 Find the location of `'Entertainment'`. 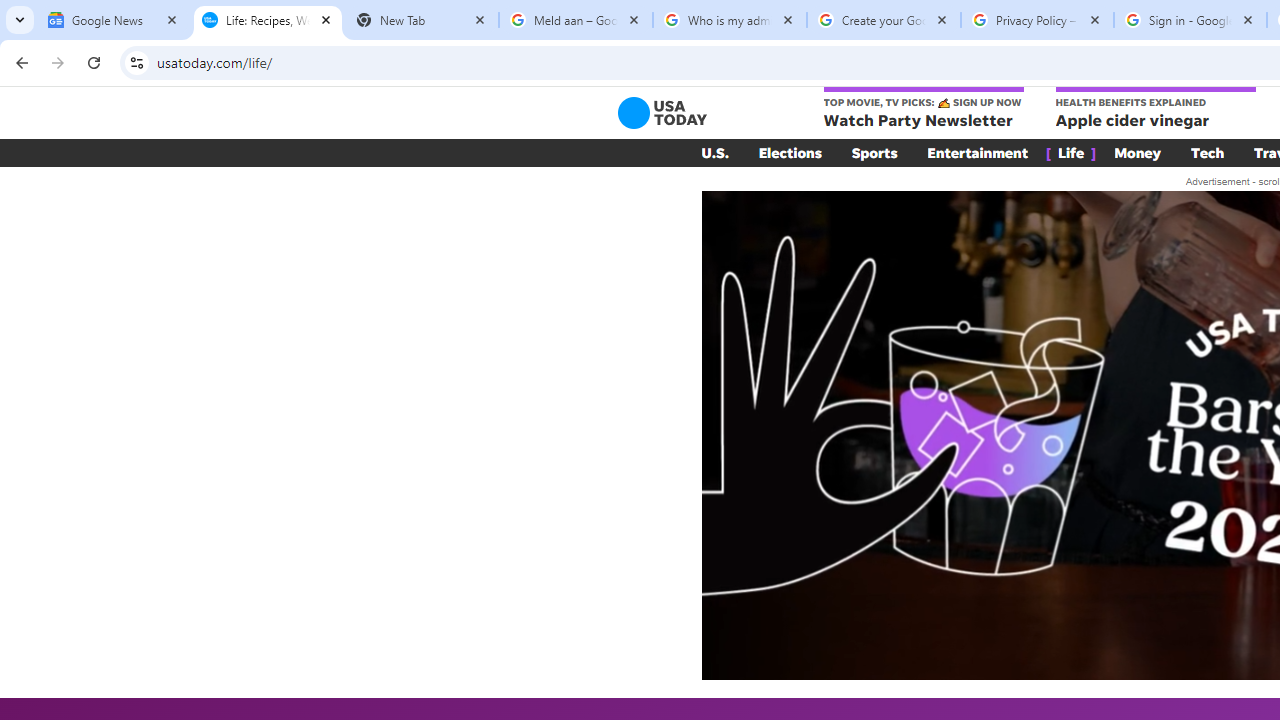

'Entertainment' is located at coordinates (977, 152).